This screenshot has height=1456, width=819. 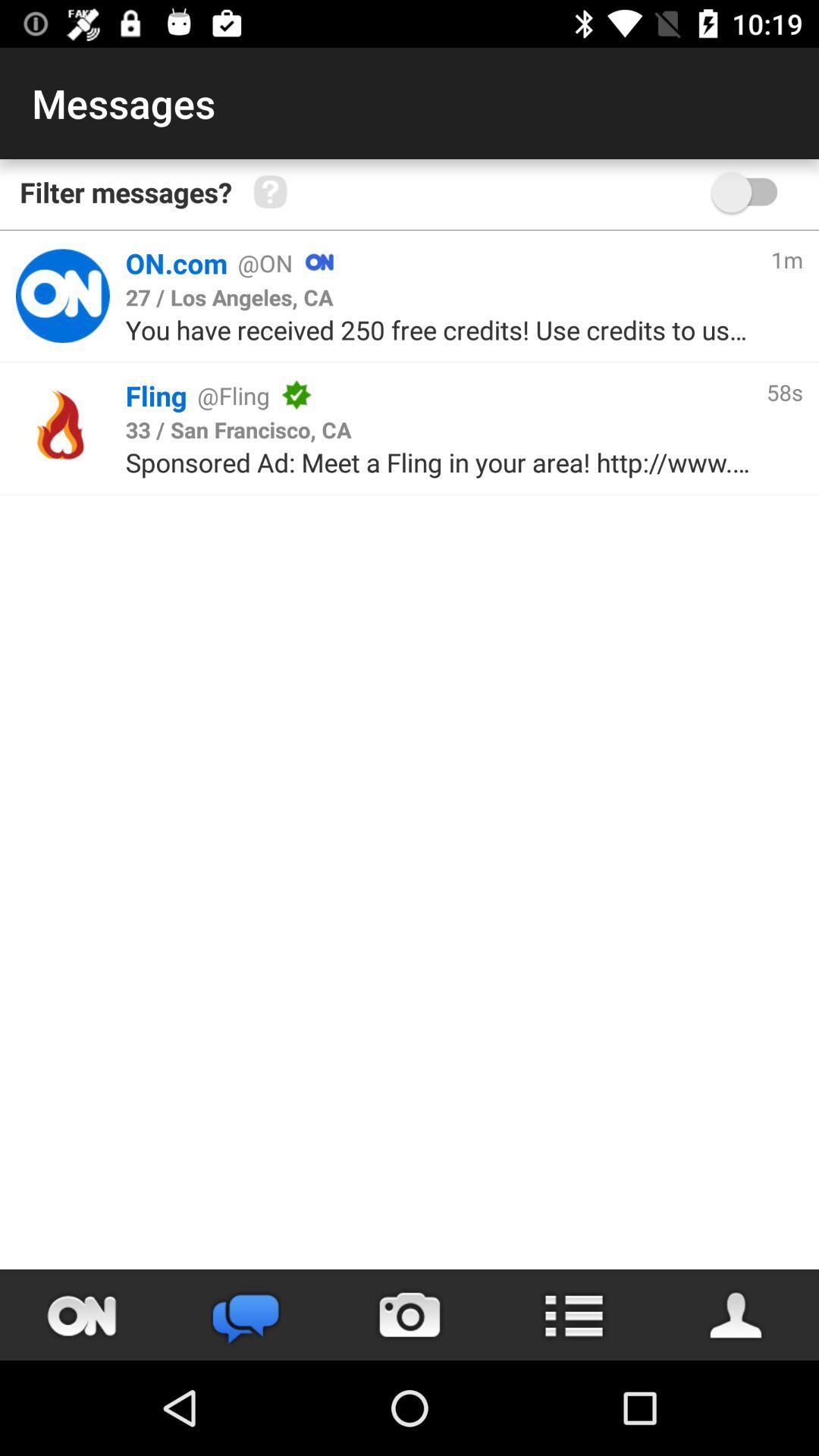 I want to click on you have received icon, so click(x=440, y=329).